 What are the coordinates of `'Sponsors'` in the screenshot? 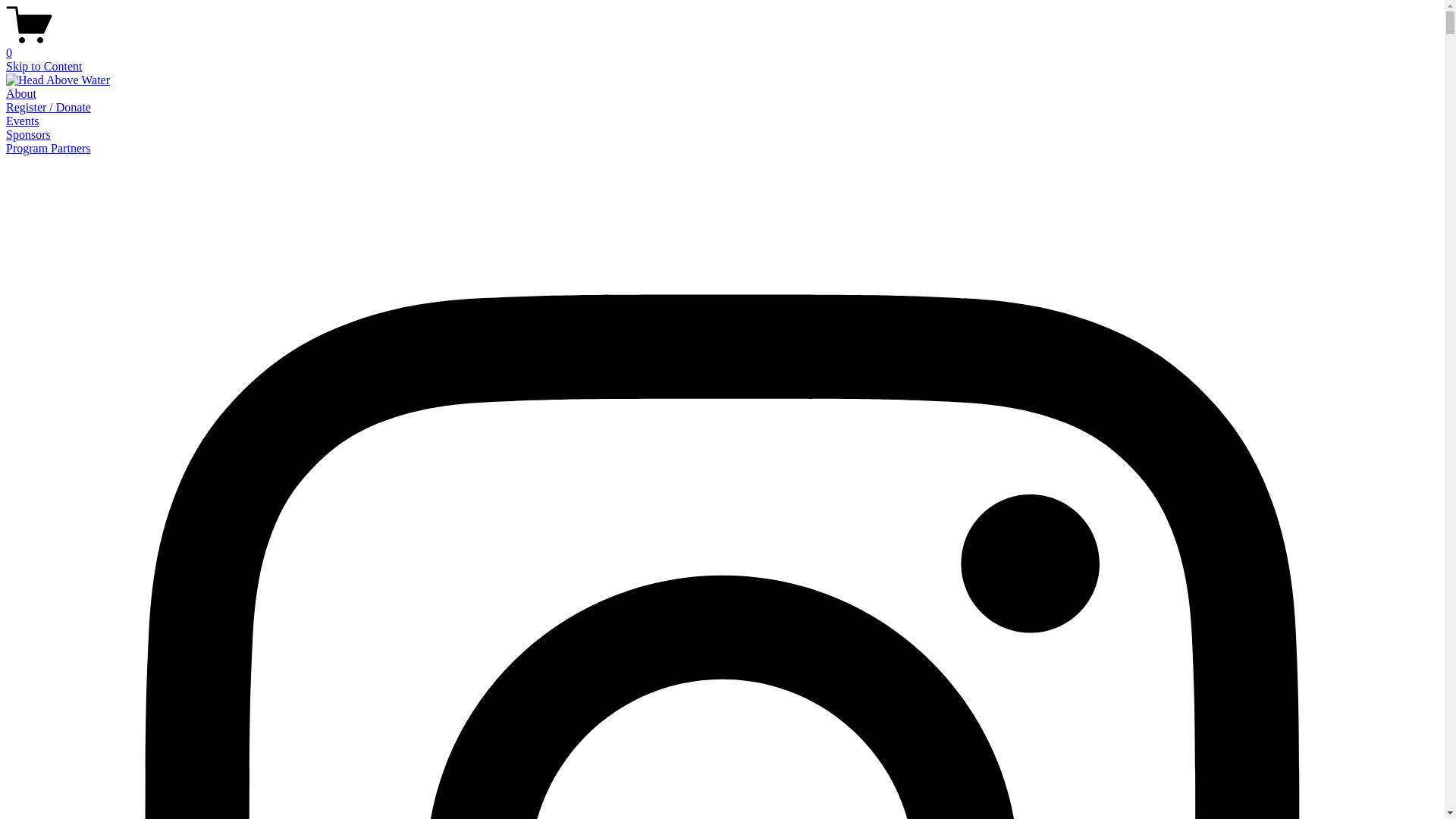 It's located at (28, 133).